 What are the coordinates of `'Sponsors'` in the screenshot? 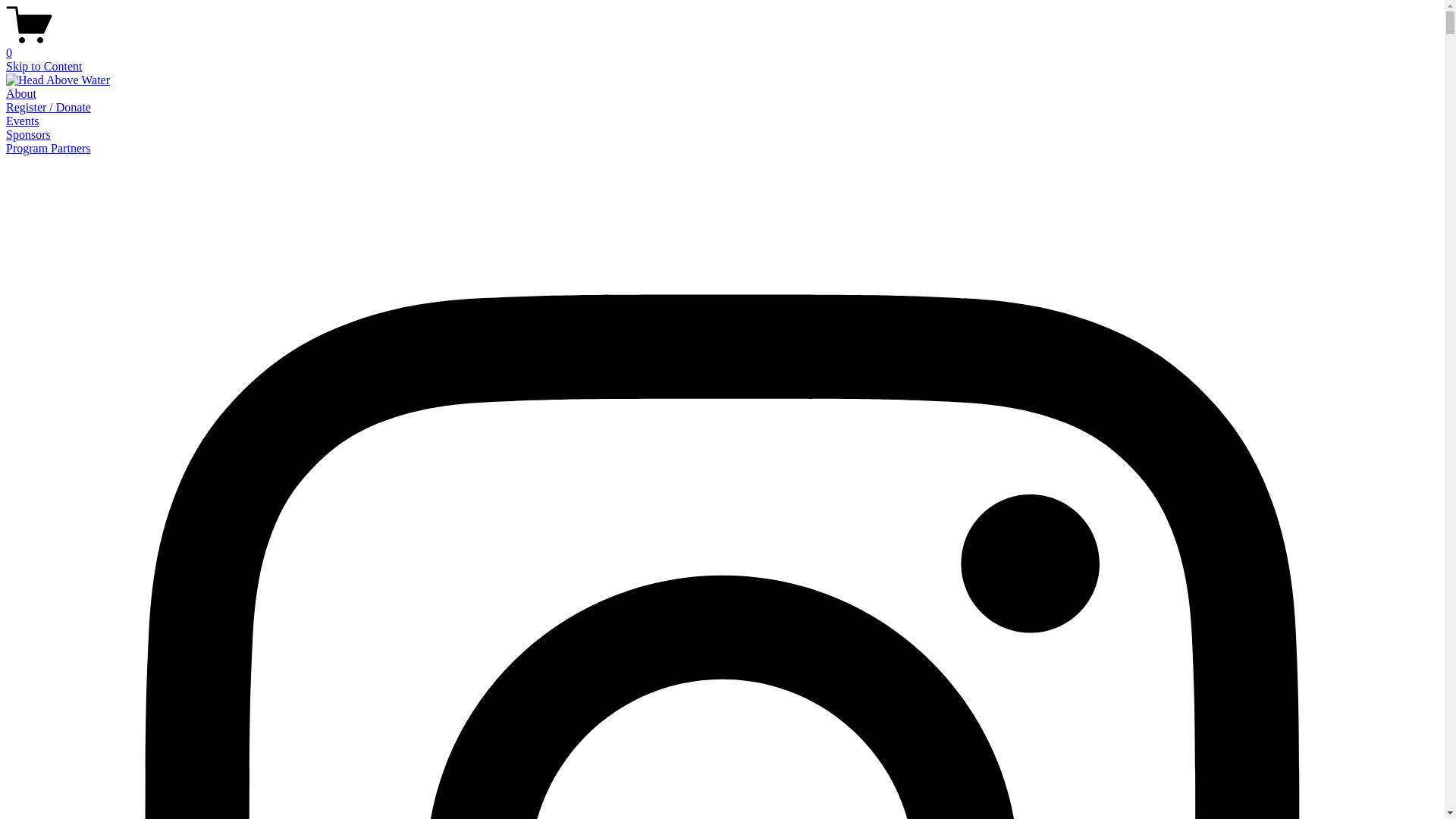 It's located at (28, 133).